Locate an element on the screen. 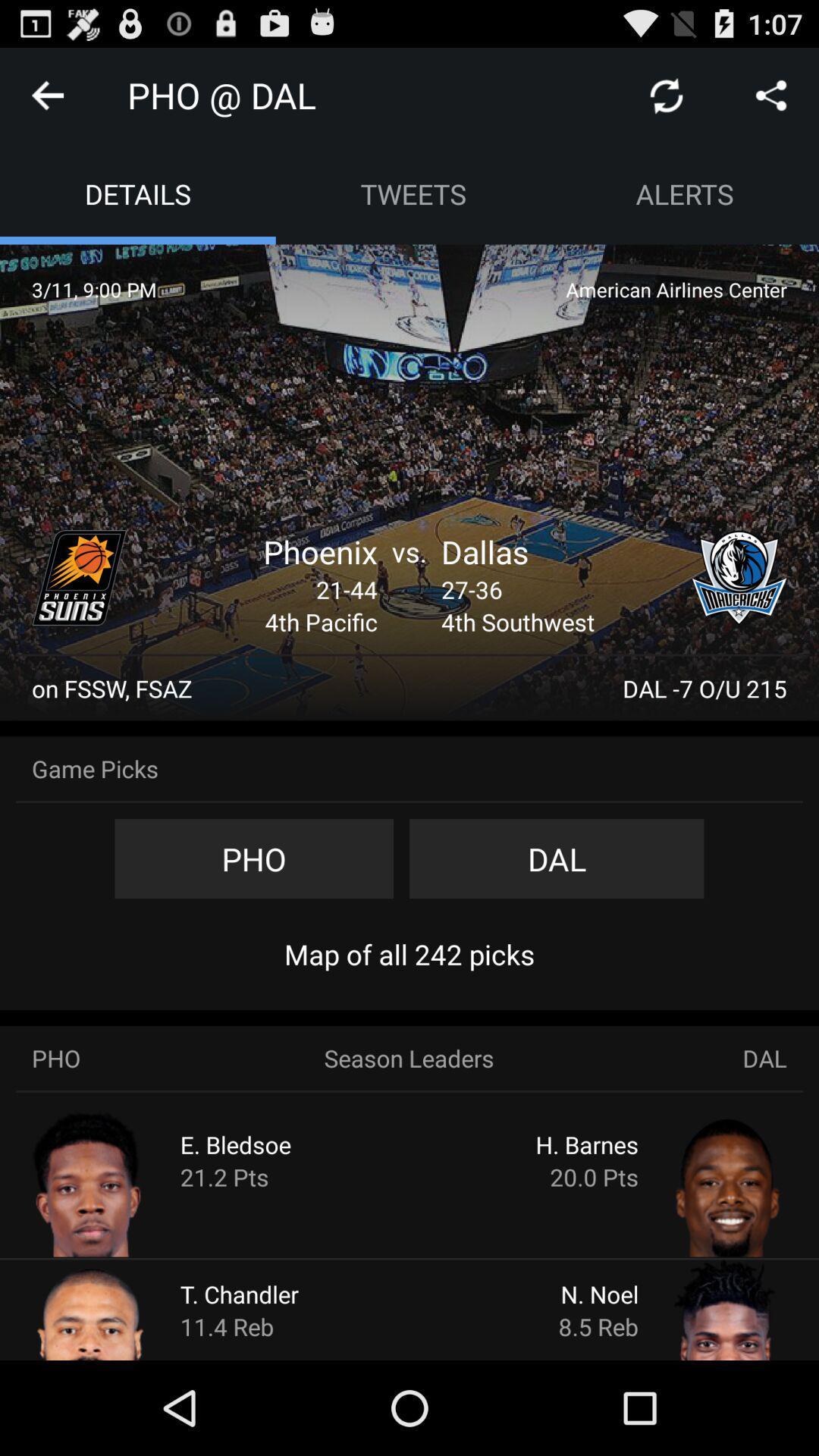 The height and width of the screenshot is (1456, 819). refresh content is located at coordinates (666, 94).